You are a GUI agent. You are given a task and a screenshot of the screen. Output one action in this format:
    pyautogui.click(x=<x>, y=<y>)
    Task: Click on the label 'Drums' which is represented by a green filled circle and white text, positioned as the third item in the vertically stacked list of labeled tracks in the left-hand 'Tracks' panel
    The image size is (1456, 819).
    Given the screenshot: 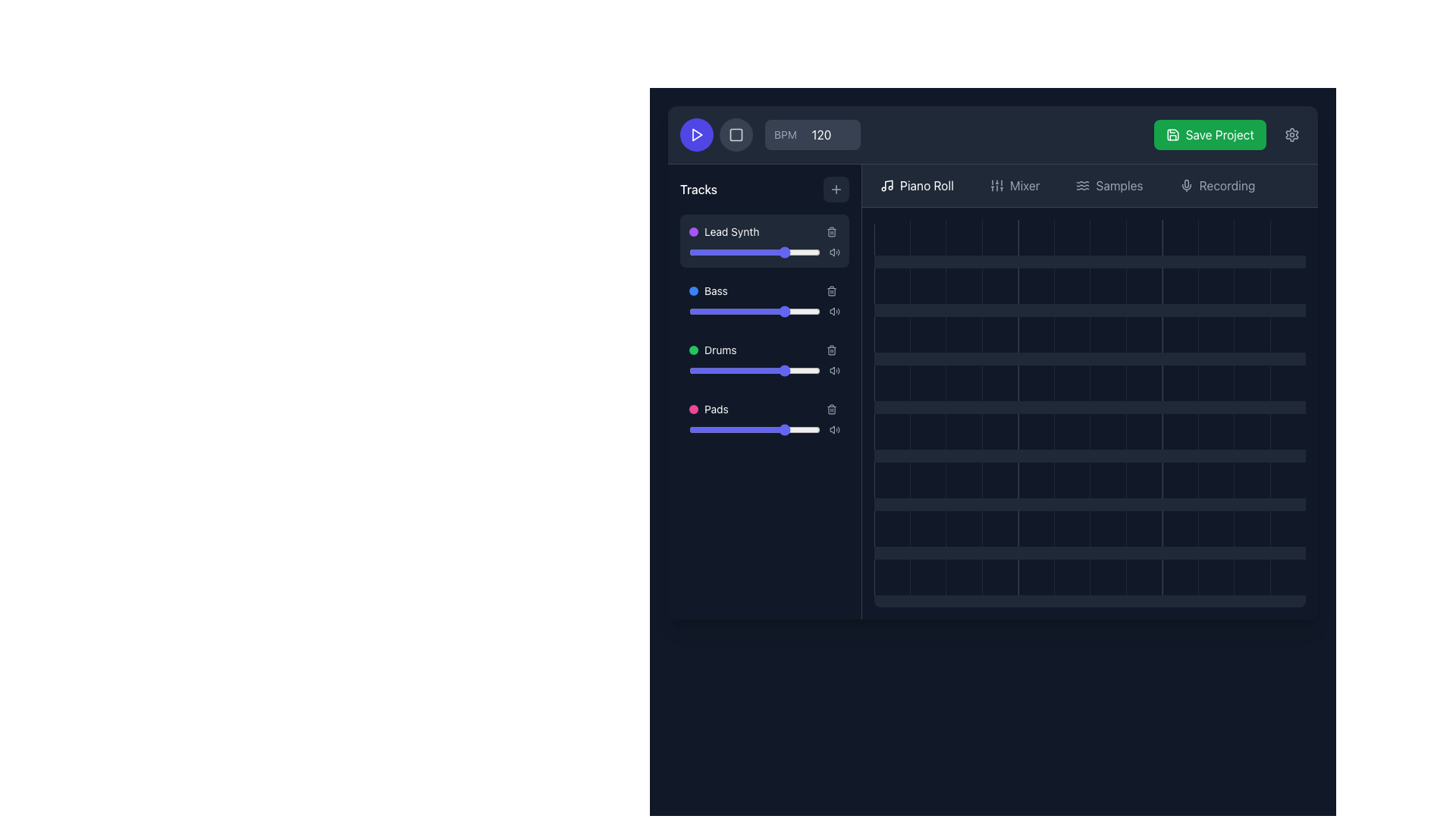 What is the action you would take?
    pyautogui.click(x=712, y=350)
    